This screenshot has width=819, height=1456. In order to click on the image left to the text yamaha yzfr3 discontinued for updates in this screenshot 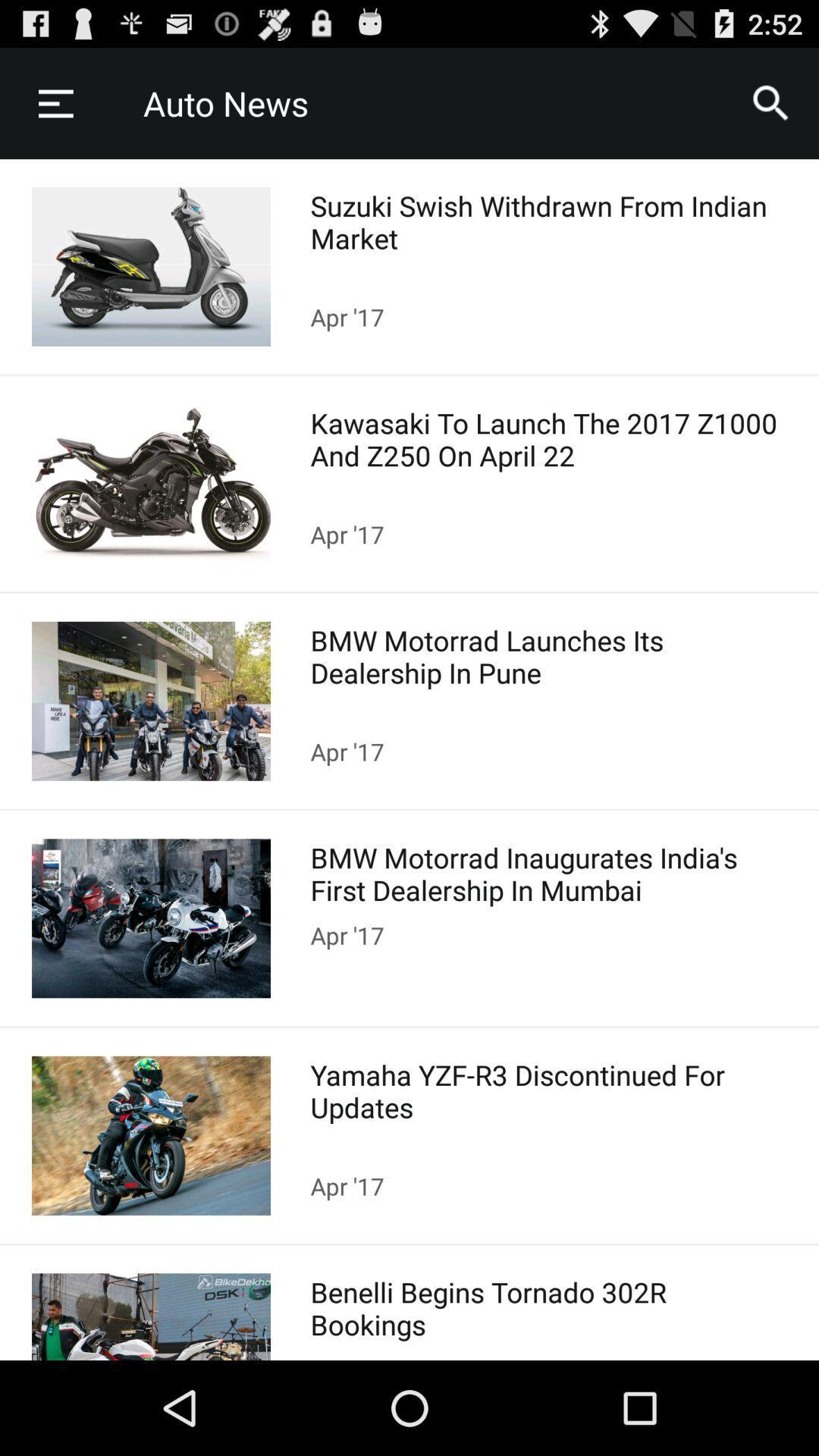, I will do `click(151, 1135)`.